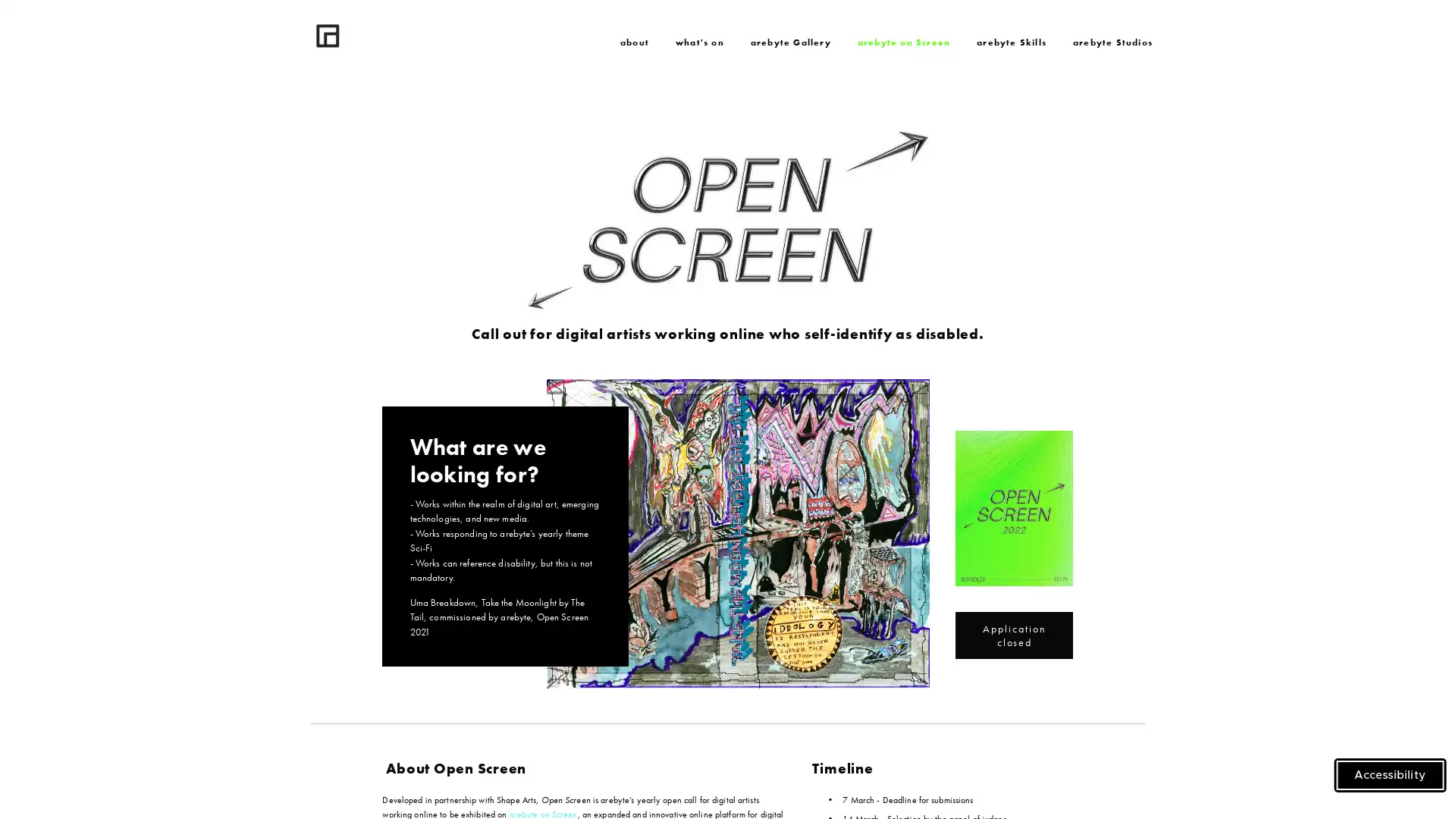 The image size is (1456, 819). I want to click on Accessibility Menu, so click(1390, 775).